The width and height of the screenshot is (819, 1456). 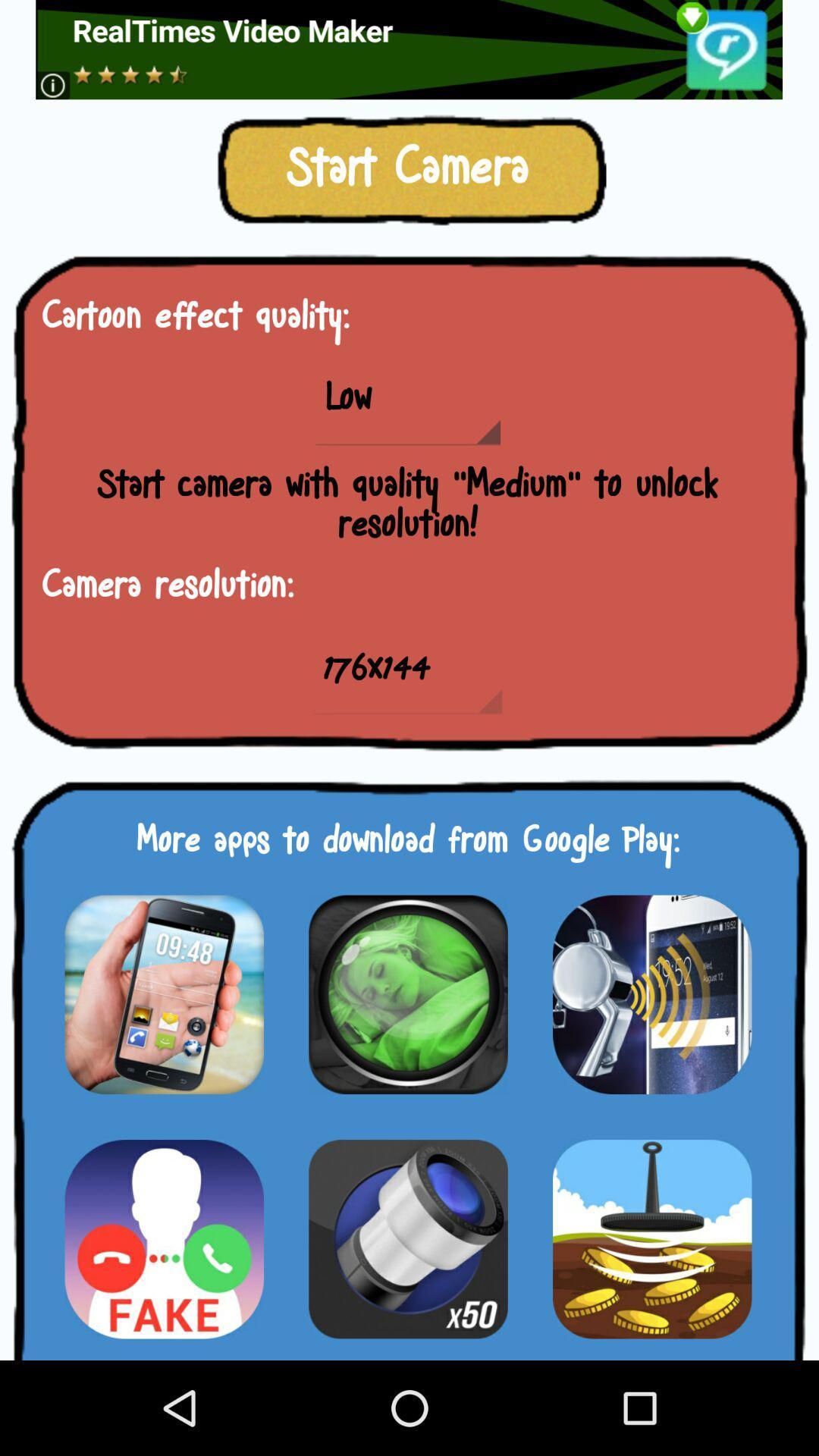 I want to click on redirect to app download page, so click(x=164, y=994).